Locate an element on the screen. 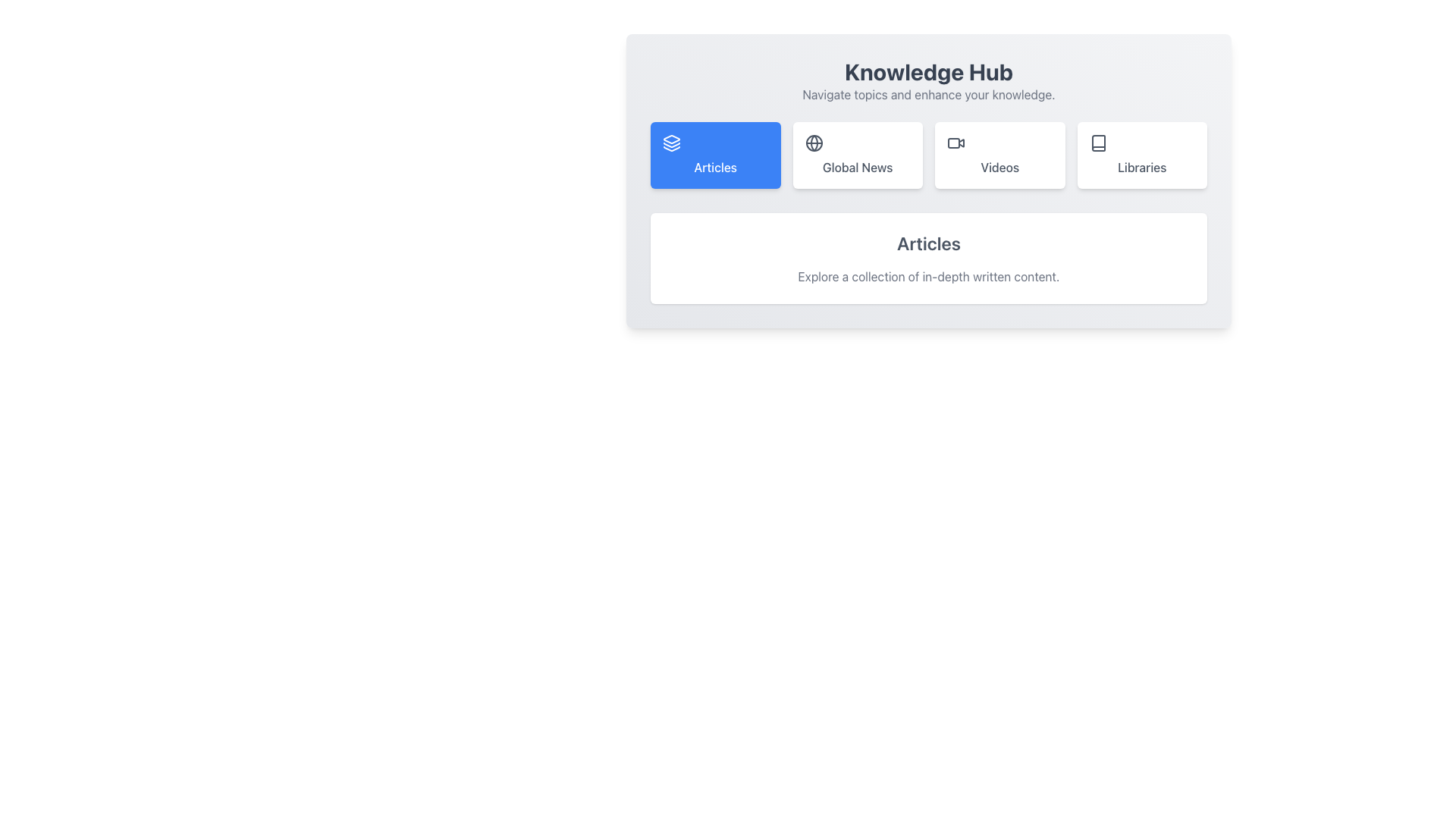 The width and height of the screenshot is (1456, 819). the middle layer of the stacked-layer icon representing 'Articles', which is visually smaller than the first layer and larger than the third layer, located at the coordinates provided is located at coordinates (671, 145).